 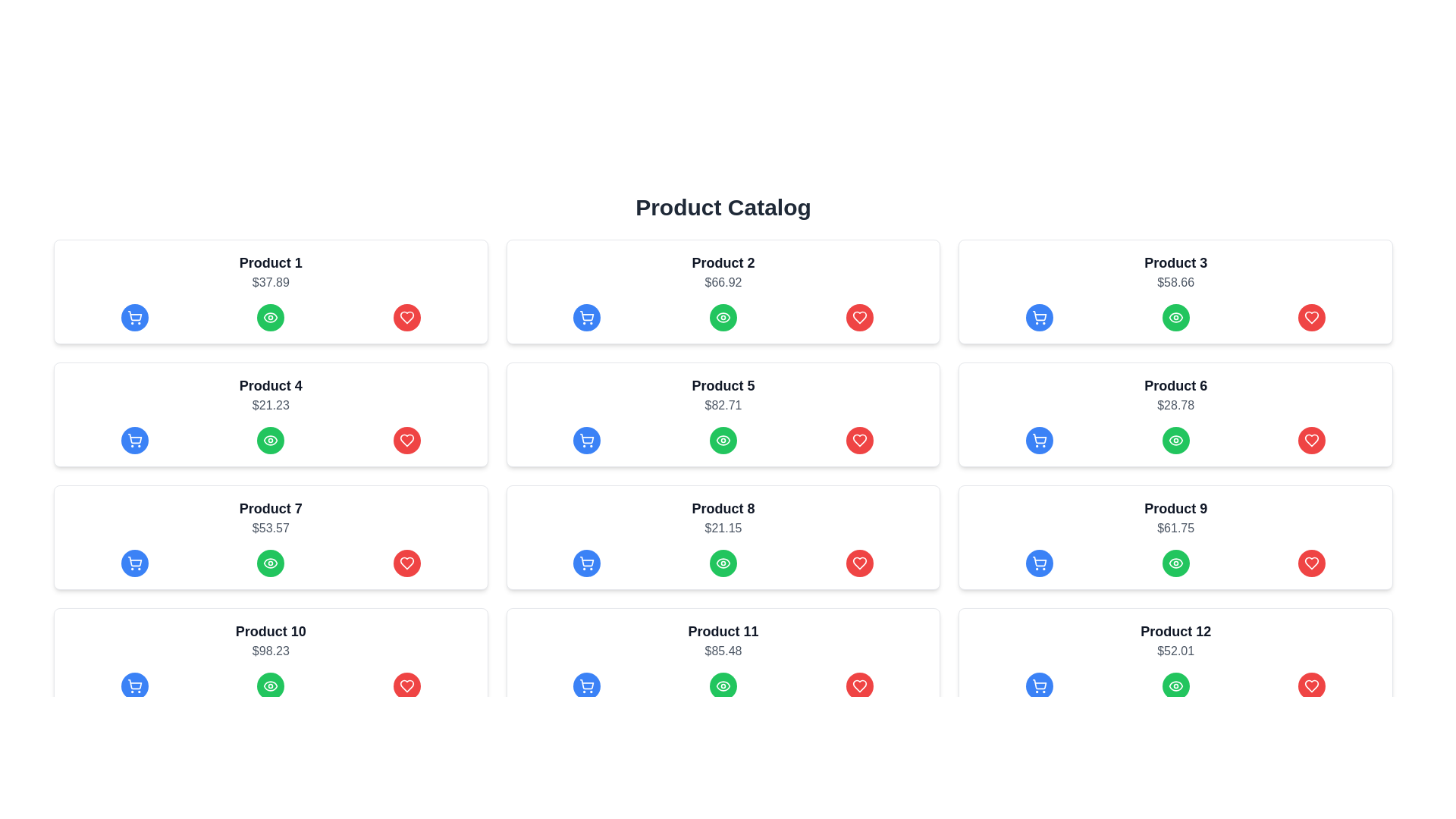 What do you see at coordinates (1039, 563) in the screenshot?
I see `the leftmost button in the row of action buttons below the 'Product 9' card` at bounding box center [1039, 563].